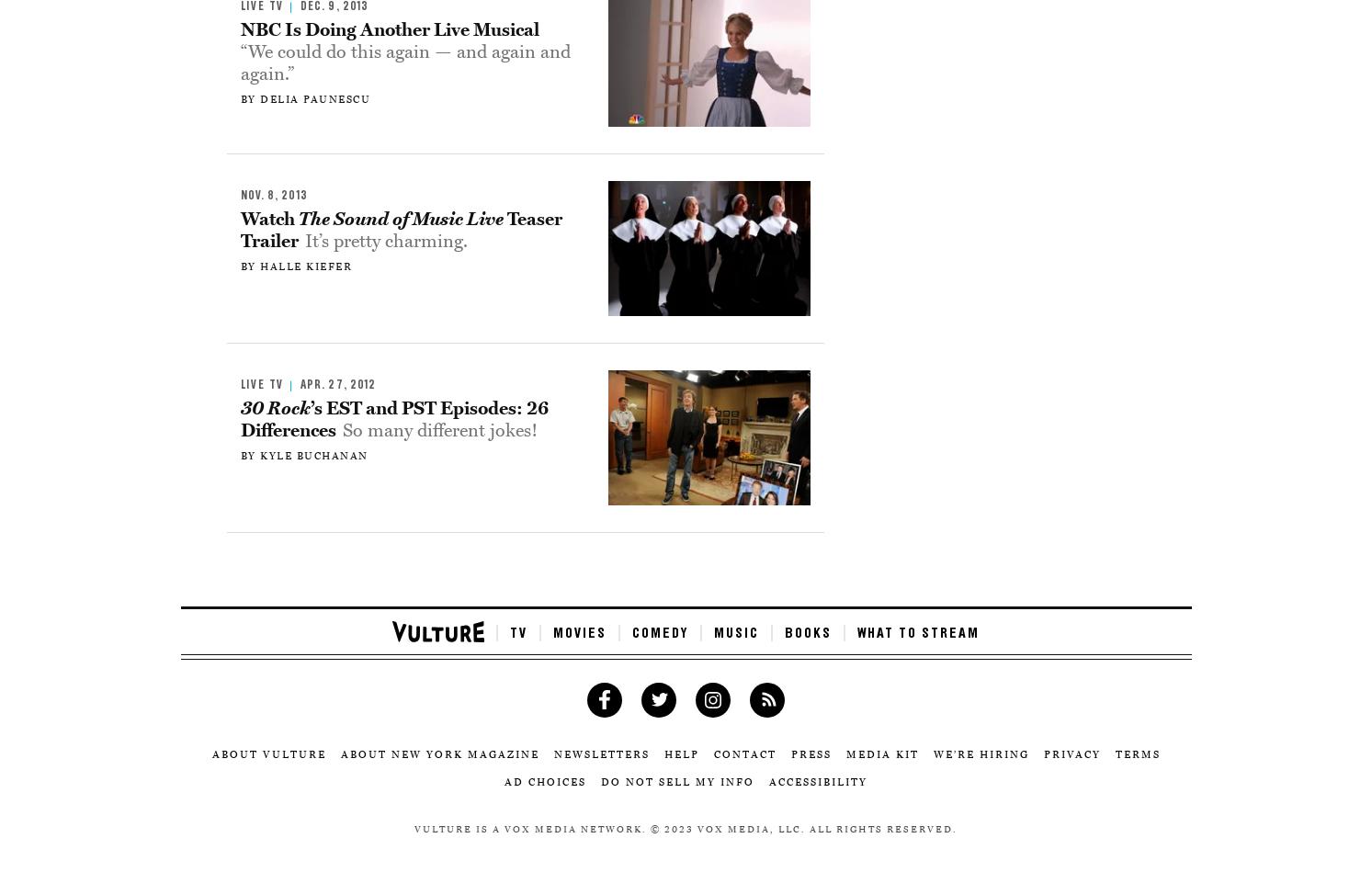  What do you see at coordinates (679, 753) in the screenshot?
I see `'Help'` at bounding box center [679, 753].